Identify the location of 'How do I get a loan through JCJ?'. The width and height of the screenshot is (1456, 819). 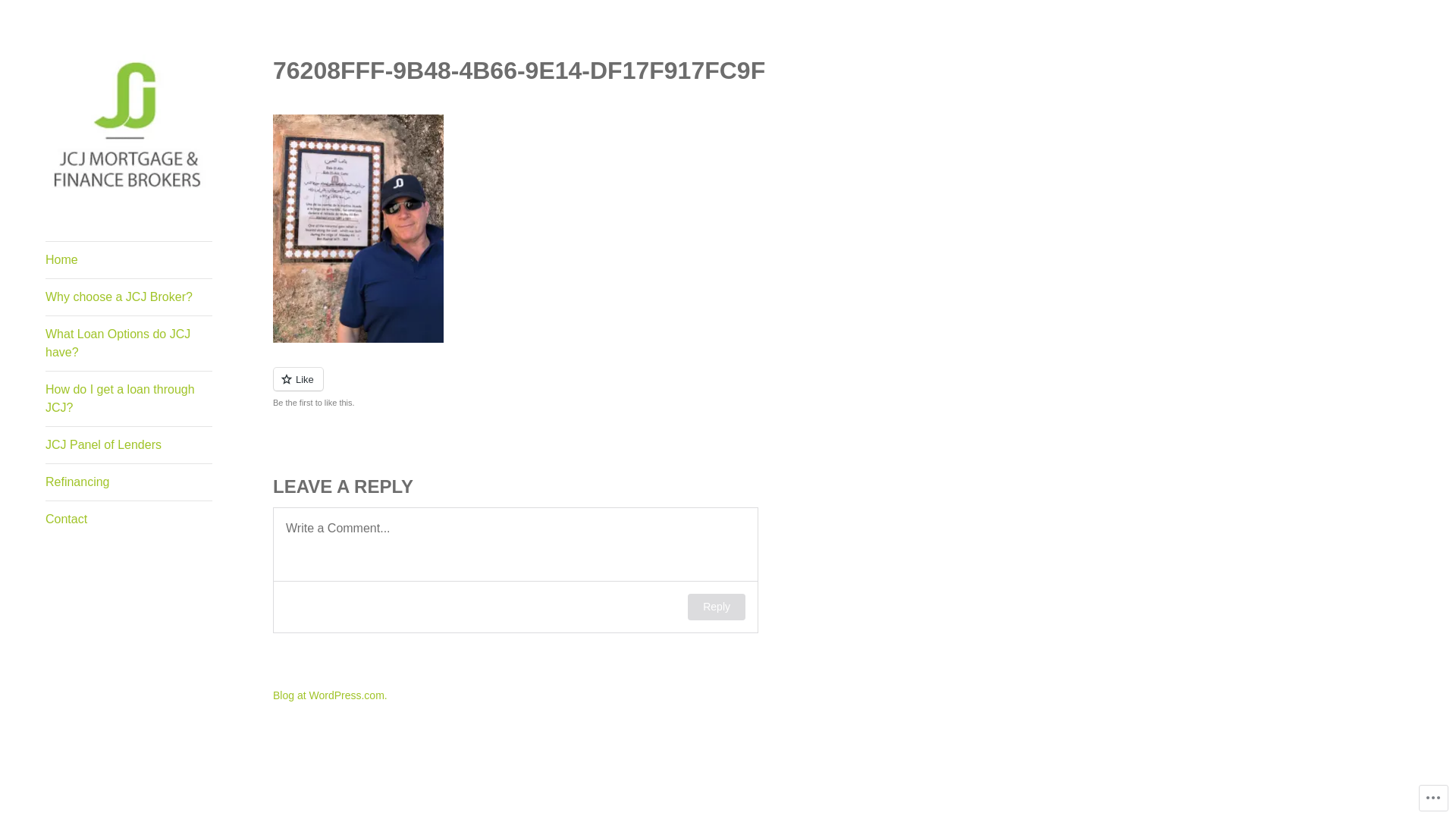
(128, 397).